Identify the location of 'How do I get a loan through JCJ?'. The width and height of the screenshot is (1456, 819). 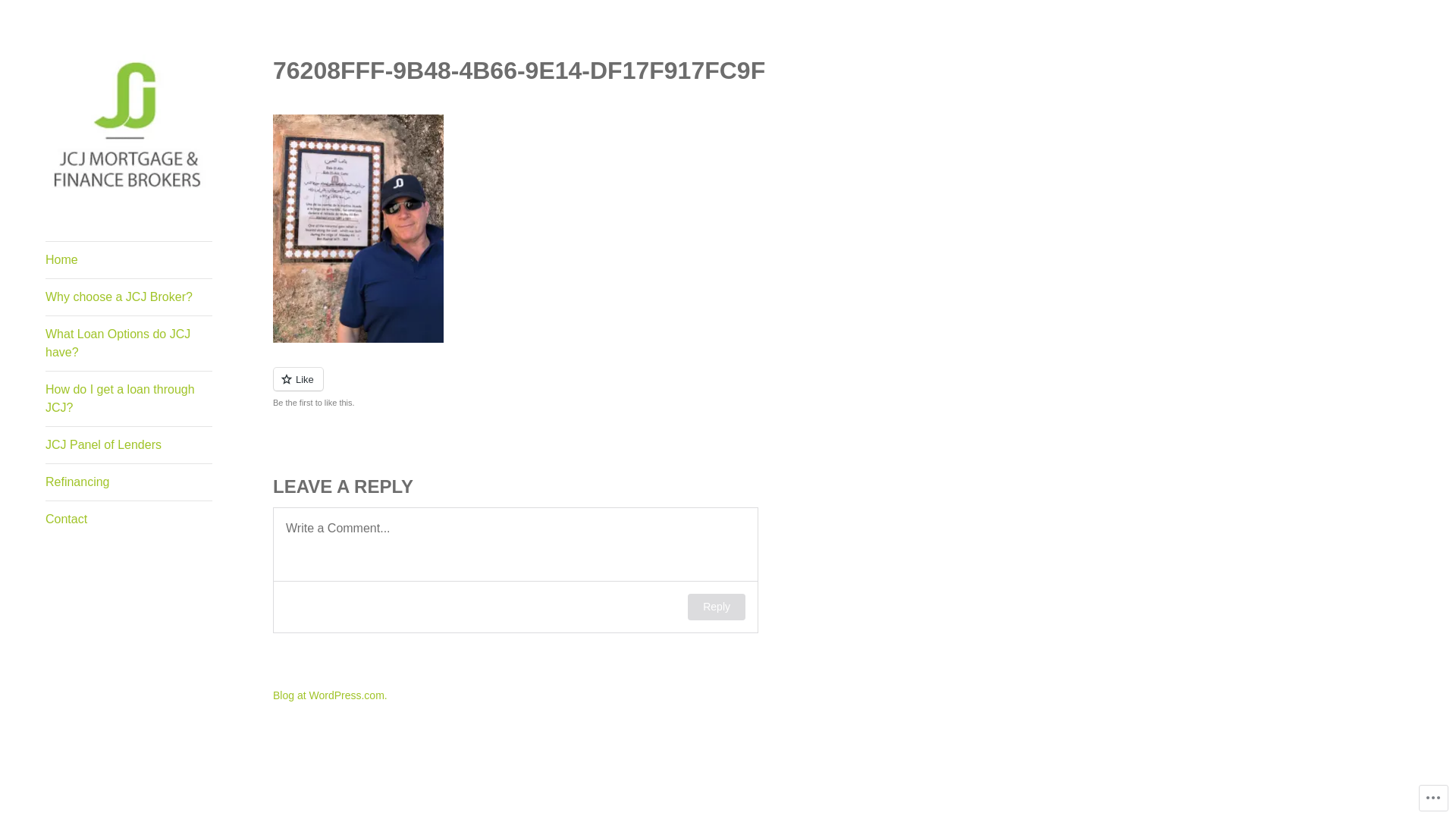
(128, 397).